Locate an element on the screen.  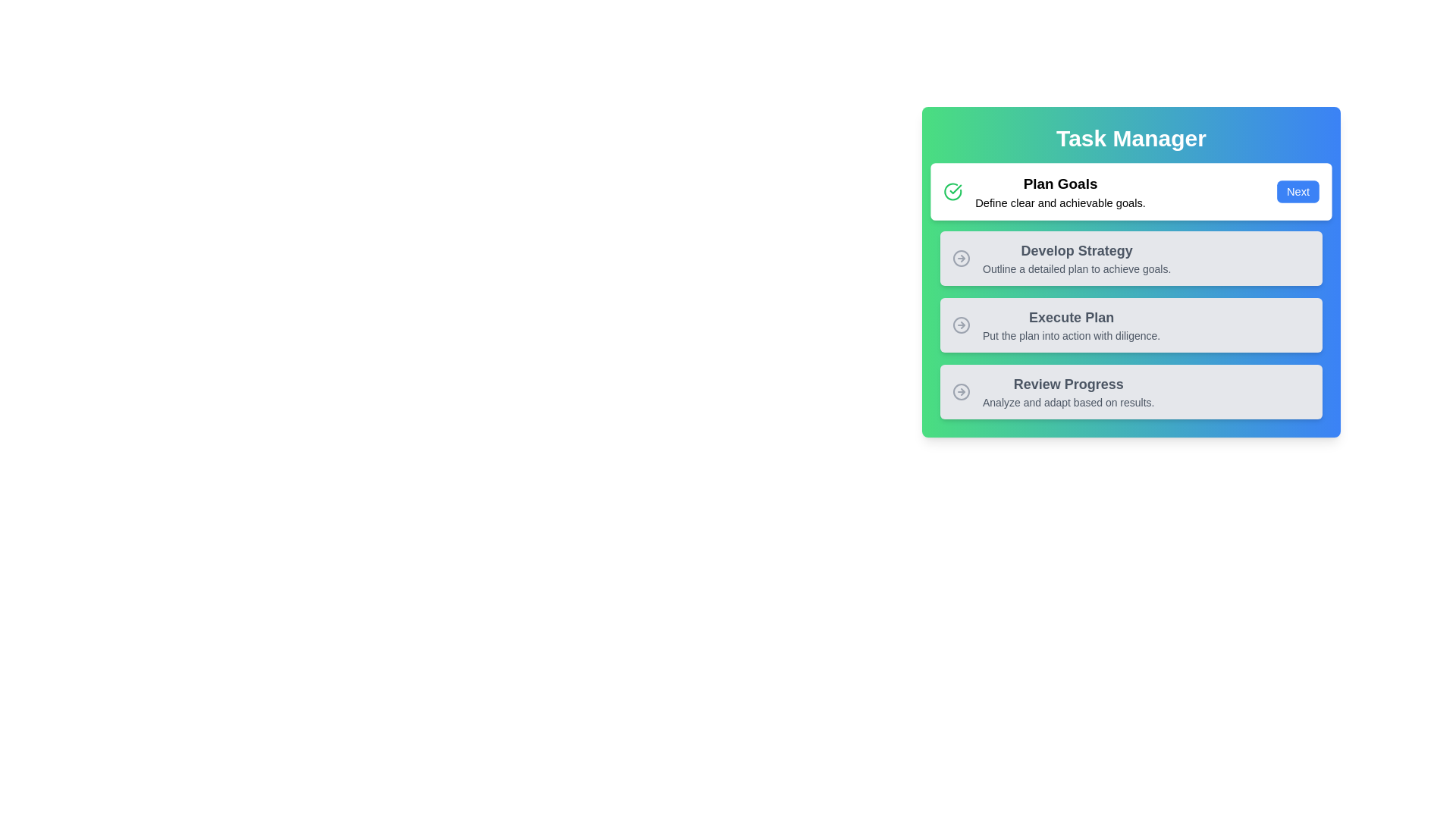
the text label providing details about the 'Plan Goals' task, located immediately below the 'Plan Goals' header in the Task Manager widget is located at coordinates (1059, 202).